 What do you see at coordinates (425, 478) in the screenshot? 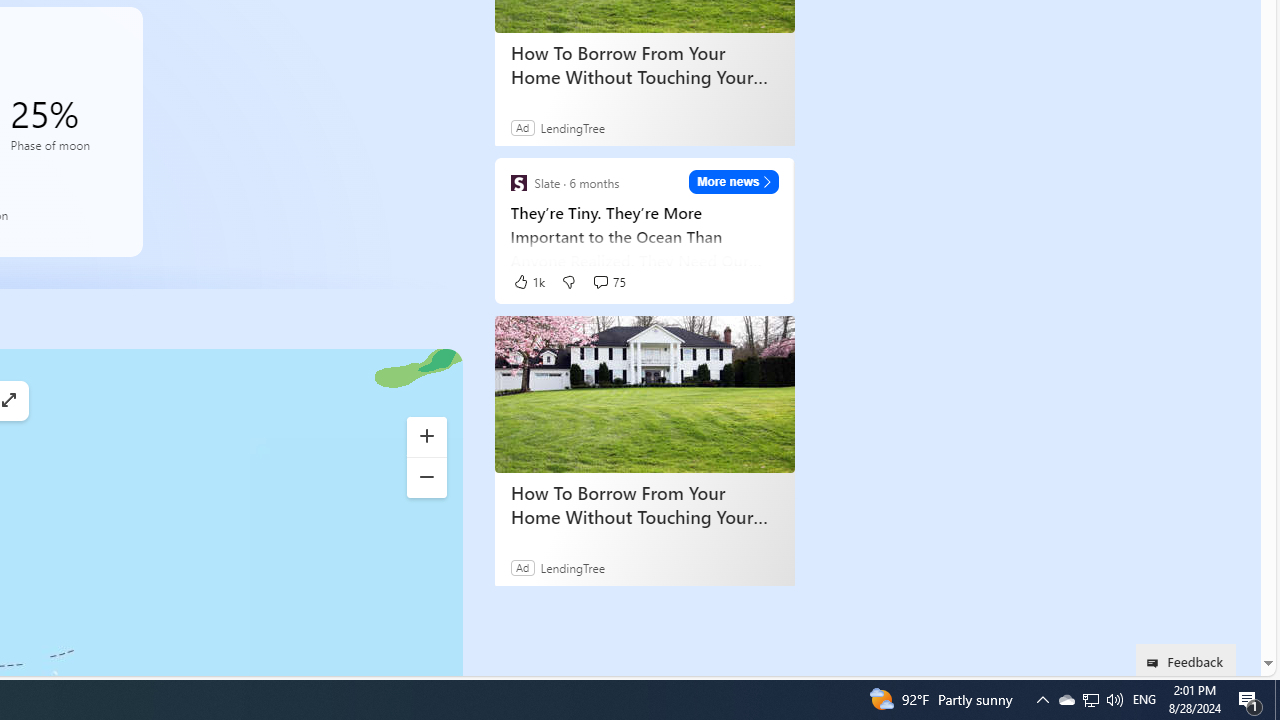
I see `'Zoom out'` at bounding box center [425, 478].